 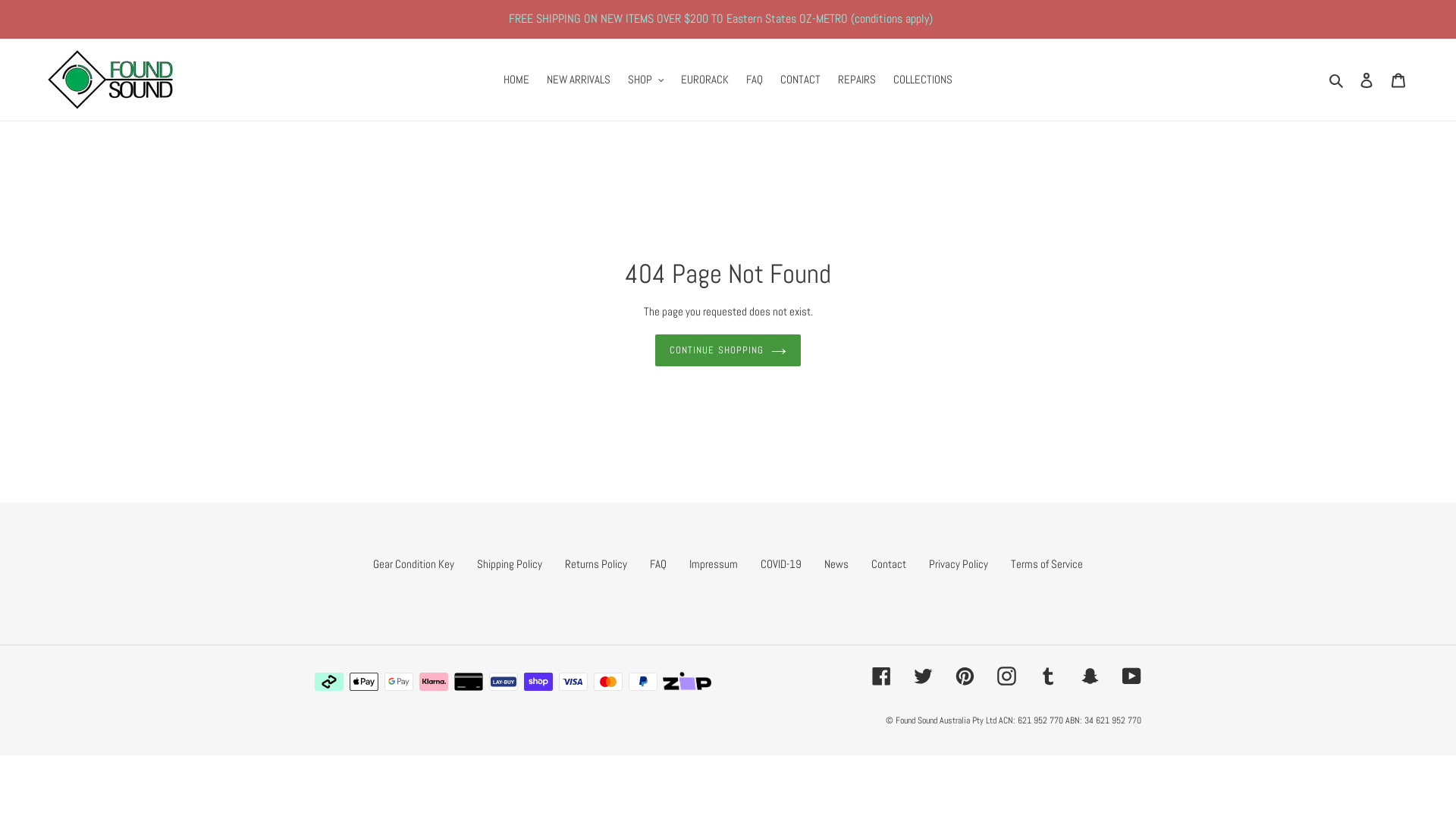 I want to click on 'Cart', so click(x=1382, y=80).